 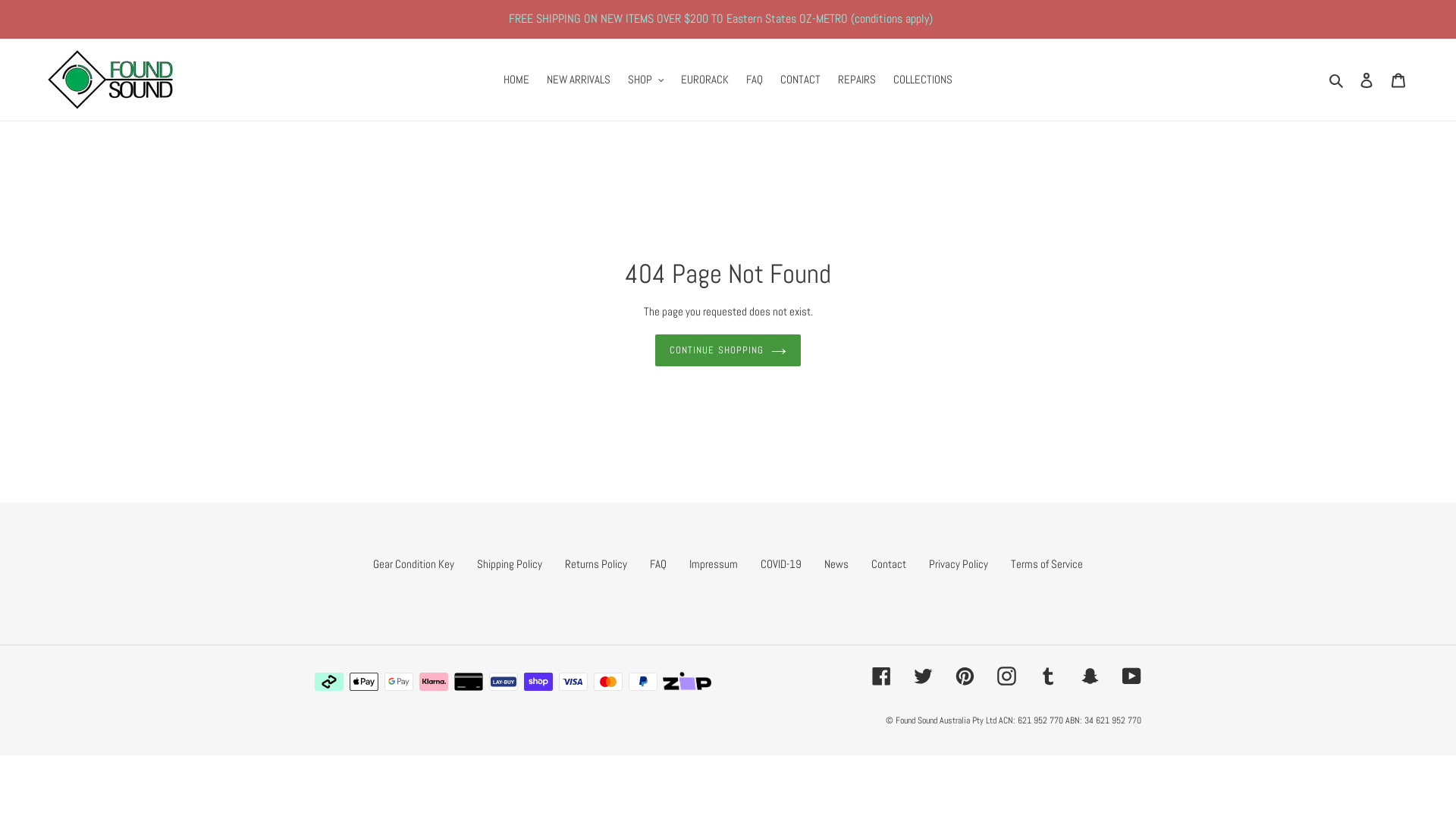 I want to click on 'Cart', so click(x=1382, y=80).